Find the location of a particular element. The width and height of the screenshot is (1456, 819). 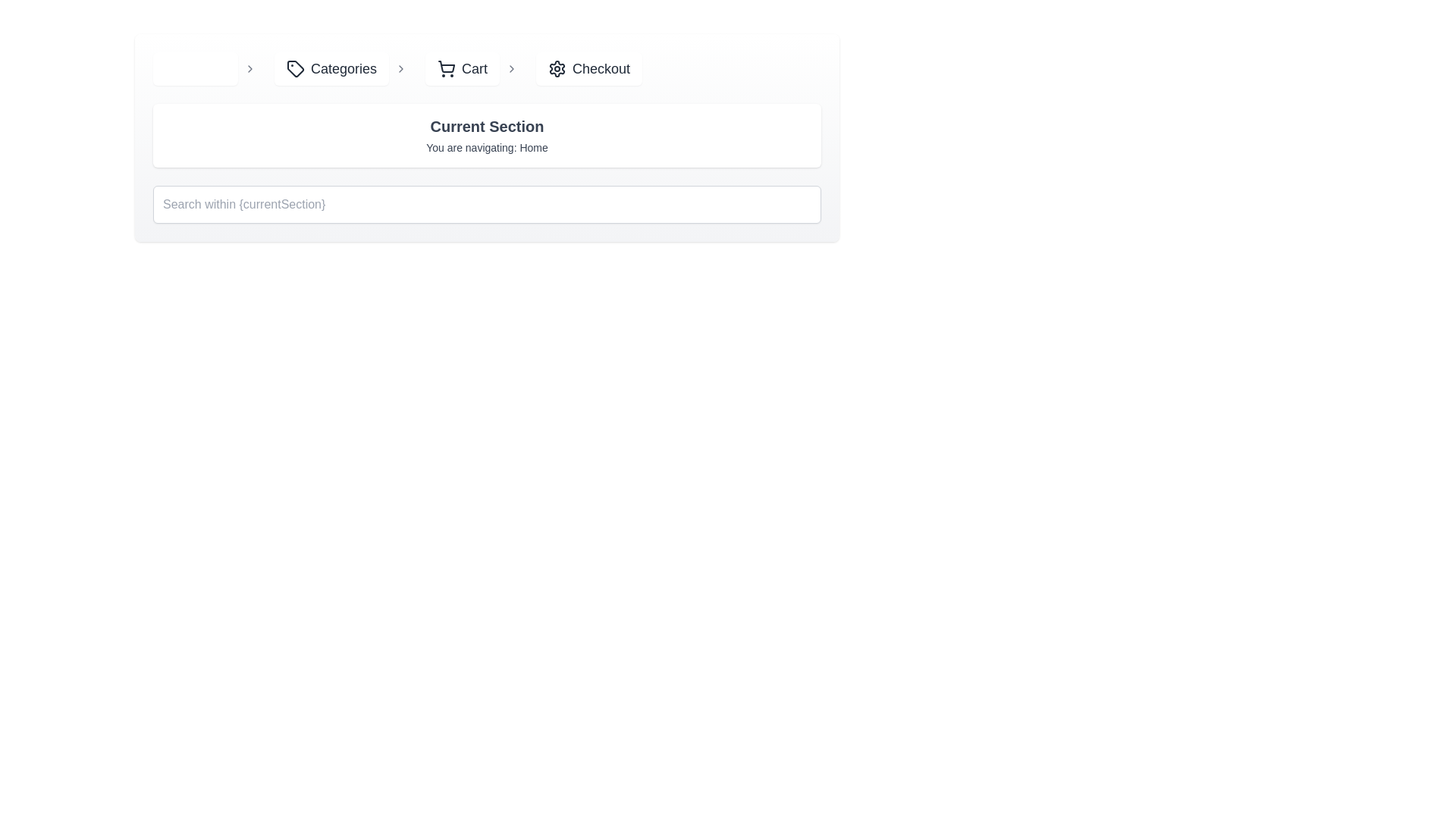

the Text Label that indicates the shopping cart functionality, which is positioned centrally above the main section and is located to the right of the shopping cart icon is located at coordinates (474, 69).